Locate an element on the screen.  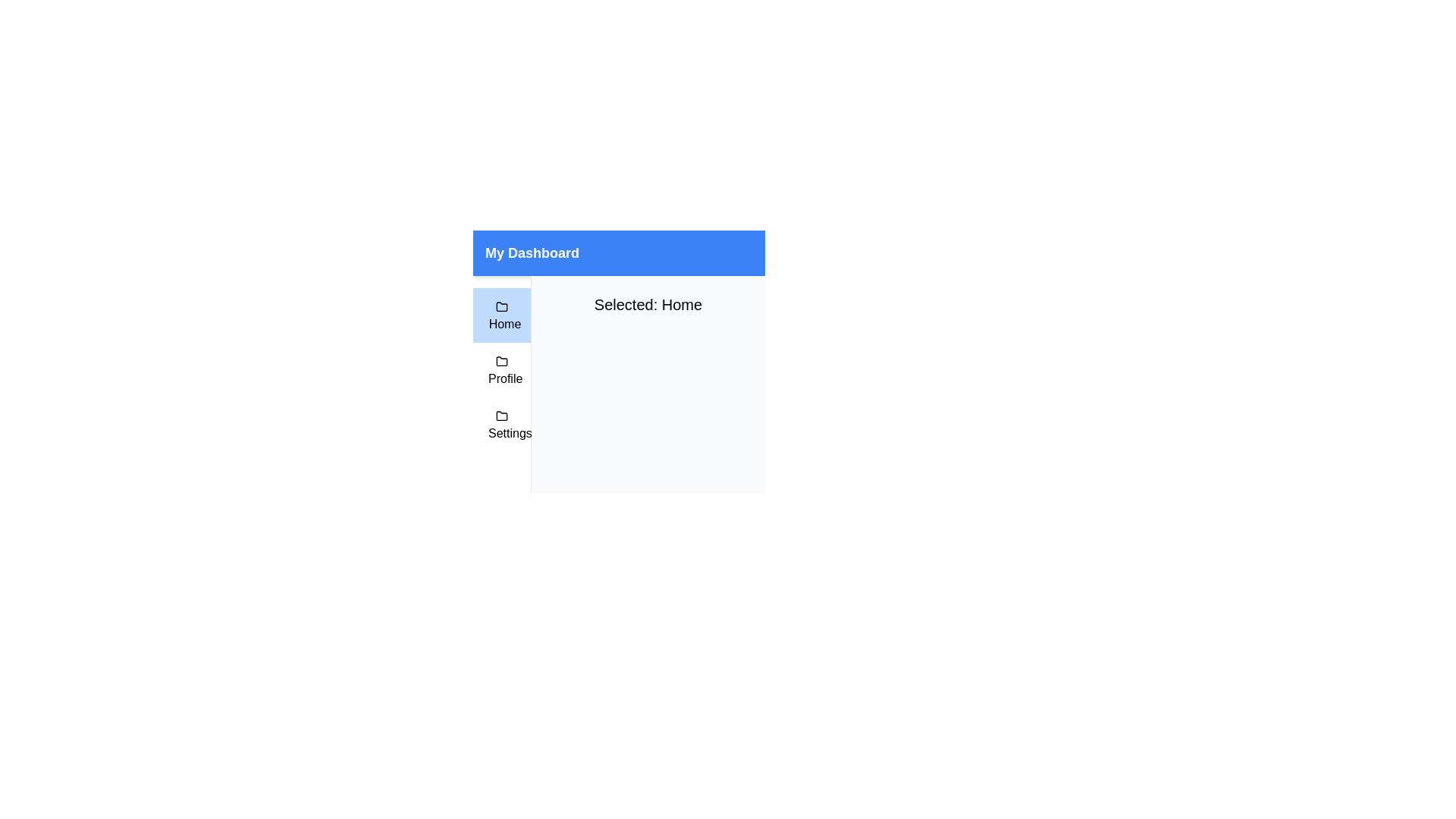
the folder icon located near the top of the sidebar menu, aligned with the 'Home' label is located at coordinates (502, 306).